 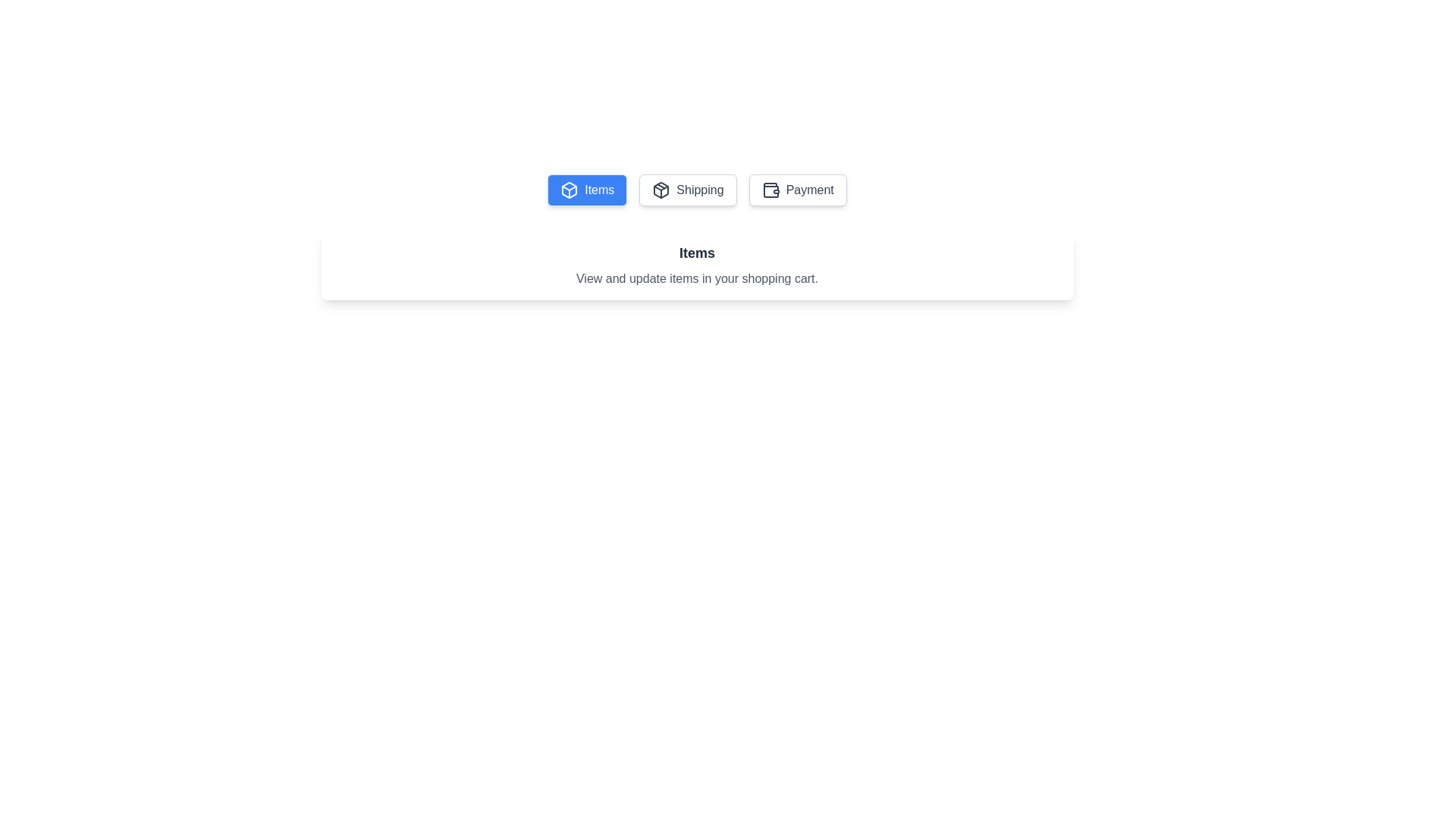 I want to click on the Items tab, so click(x=586, y=189).